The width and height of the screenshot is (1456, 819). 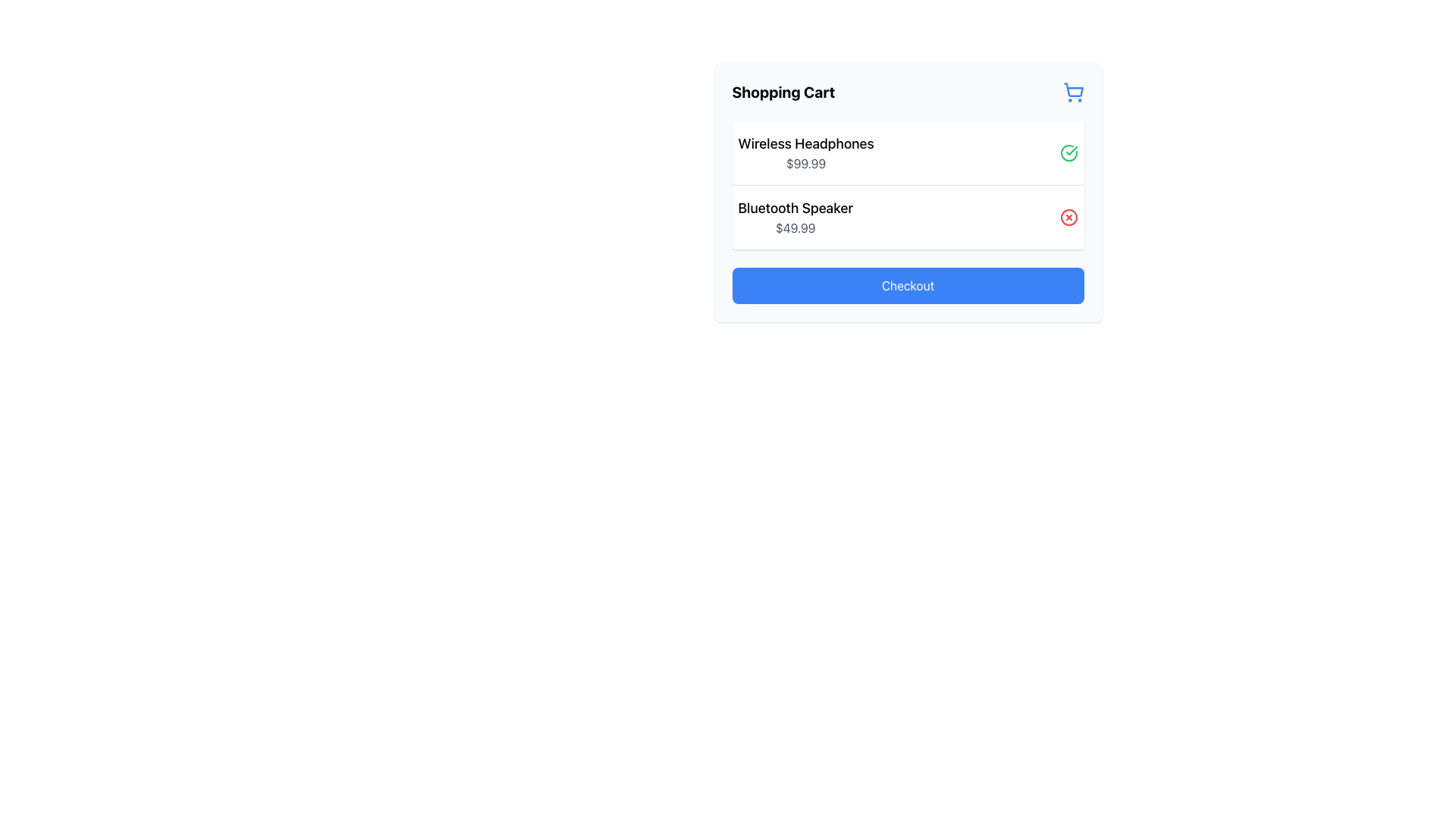 What do you see at coordinates (908, 184) in the screenshot?
I see `the sectional list containing product items in the shopping cart UI` at bounding box center [908, 184].